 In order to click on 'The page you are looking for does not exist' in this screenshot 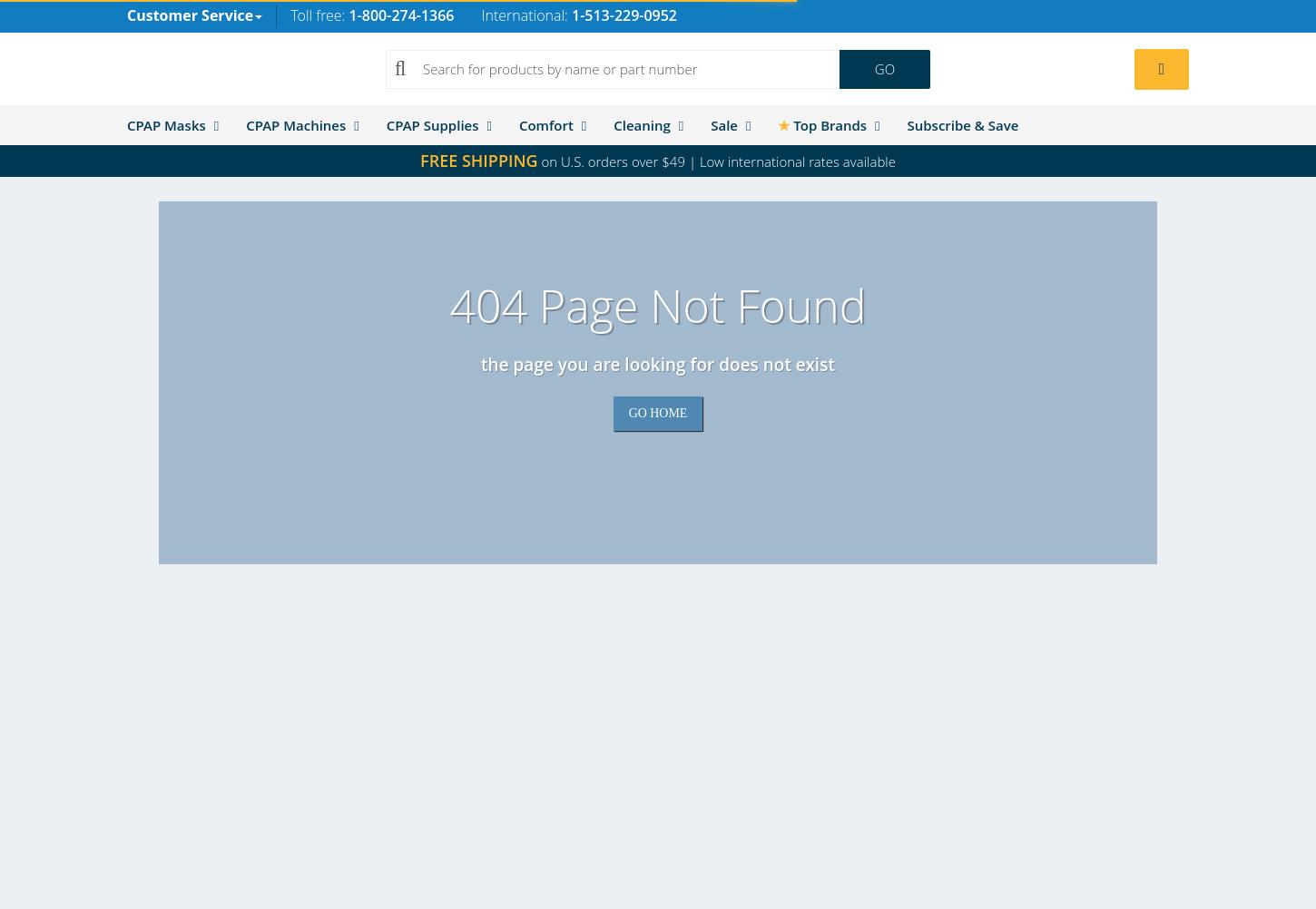, I will do `click(480, 364)`.